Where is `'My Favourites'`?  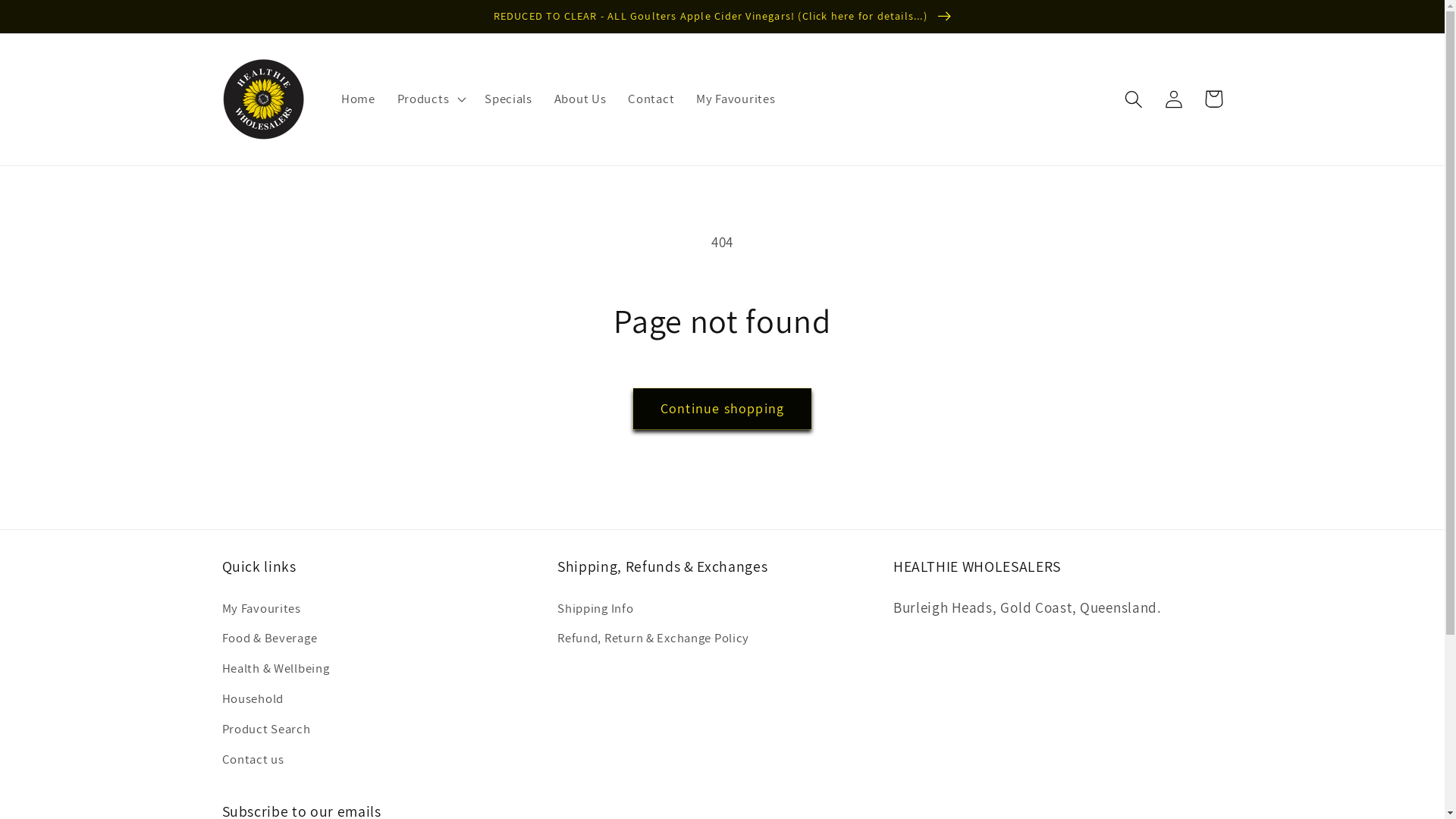
'My Favourites' is located at coordinates (261, 610).